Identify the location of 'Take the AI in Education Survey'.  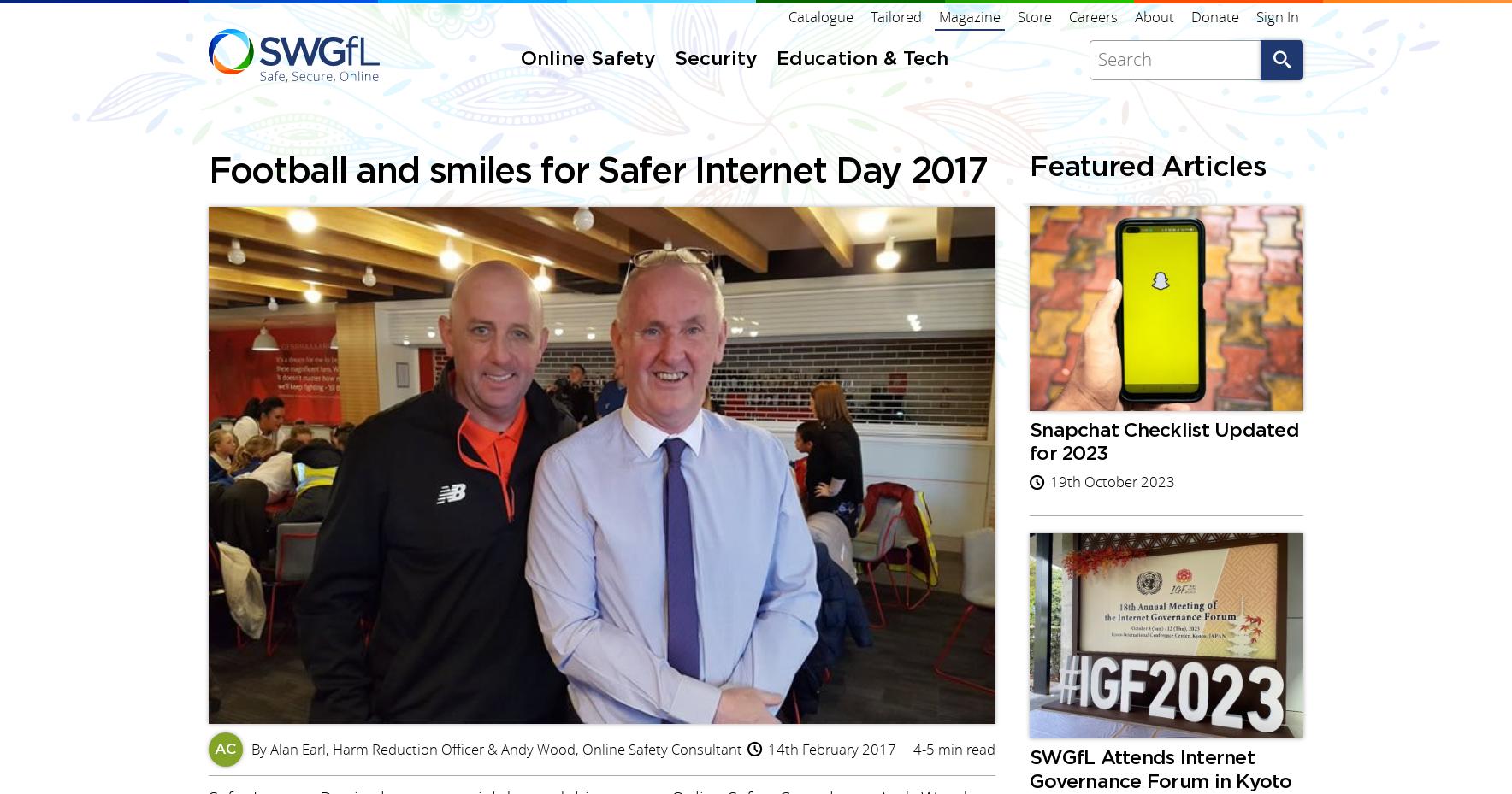
(575, 462).